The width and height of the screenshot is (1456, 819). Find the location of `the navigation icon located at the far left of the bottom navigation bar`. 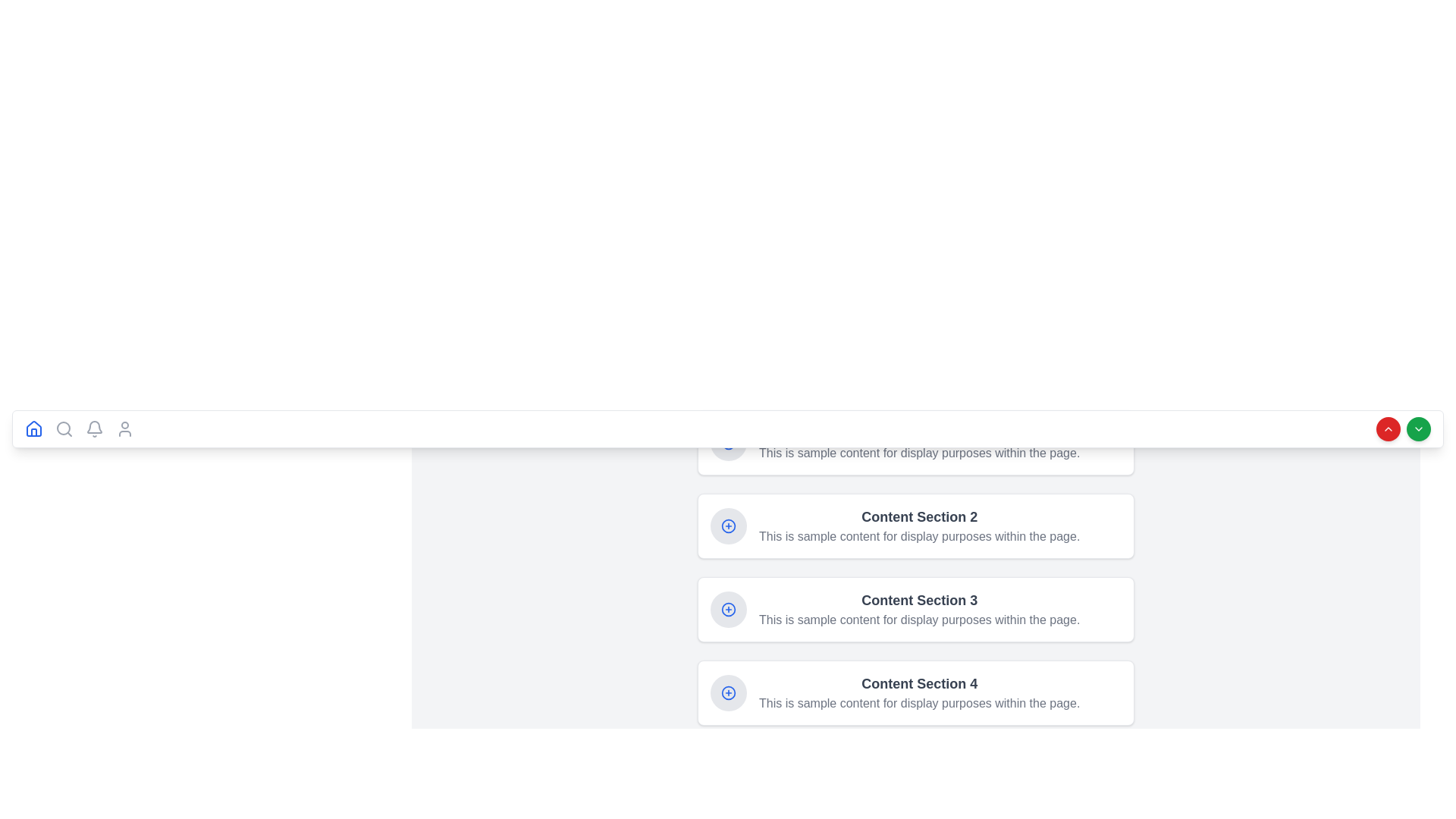

the navigation icon located at the far left of the bottom navigation bar is located at coordinates (33, 428).